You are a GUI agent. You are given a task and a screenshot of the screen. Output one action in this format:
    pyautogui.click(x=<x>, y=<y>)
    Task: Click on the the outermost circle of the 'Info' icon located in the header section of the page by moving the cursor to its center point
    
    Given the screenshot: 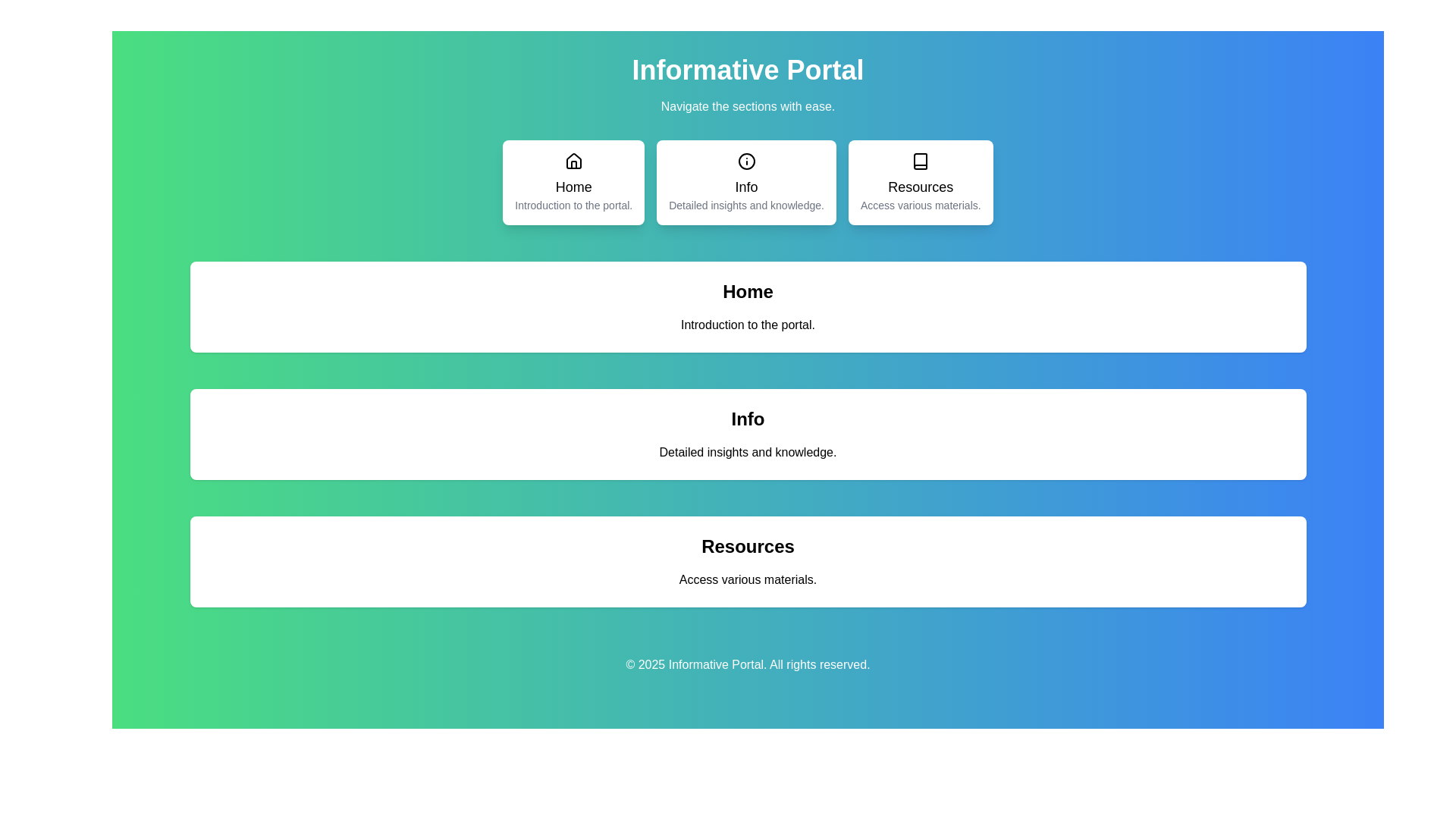 What is the action you would take?
    pyautogui.click(x=746, y=161)
    